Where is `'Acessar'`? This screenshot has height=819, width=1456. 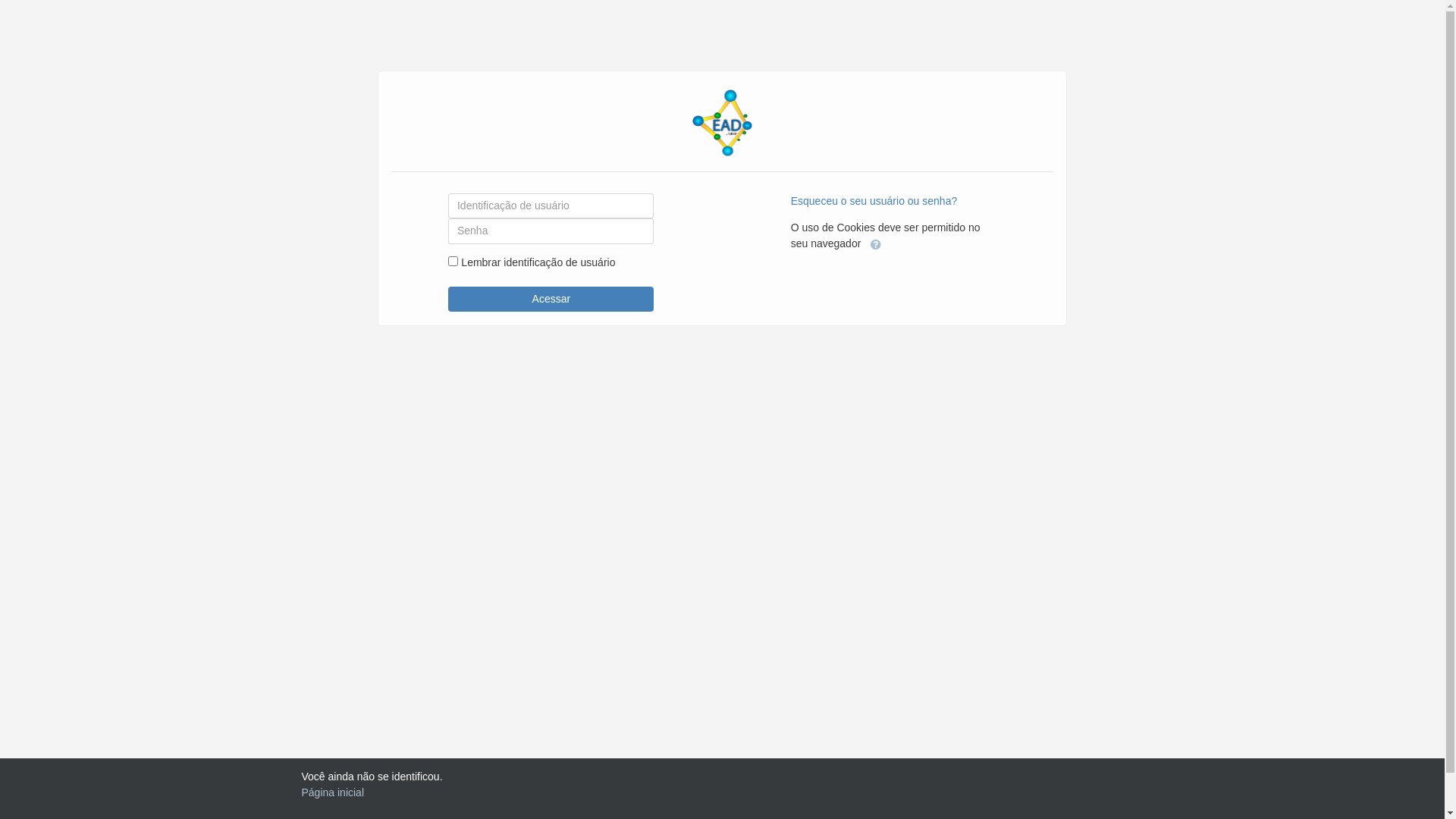 'Acessar' is located at coordinates (550, 299).